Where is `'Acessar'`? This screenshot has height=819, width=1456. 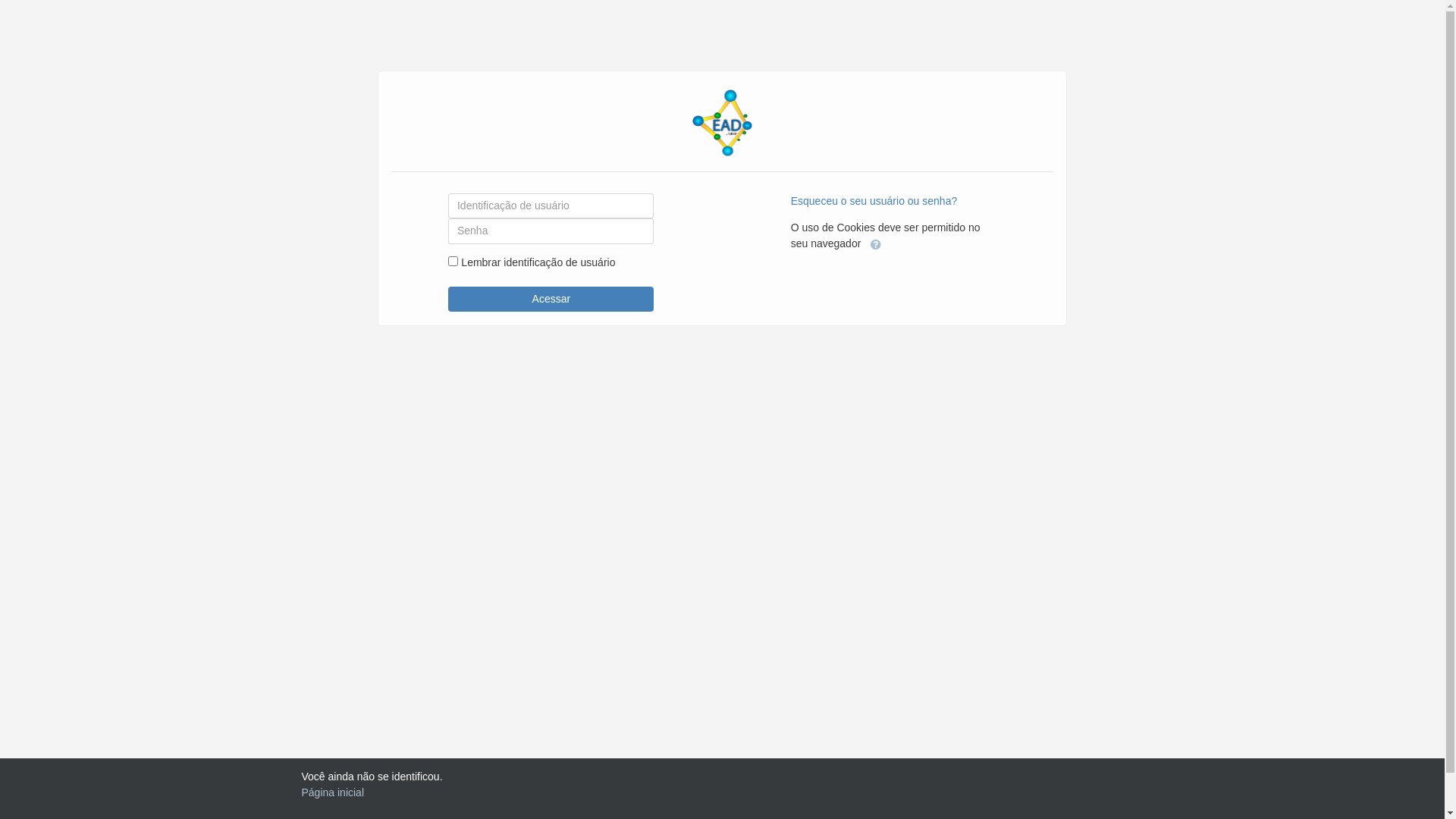 'Acessar' is located at coordinates (550, 299).